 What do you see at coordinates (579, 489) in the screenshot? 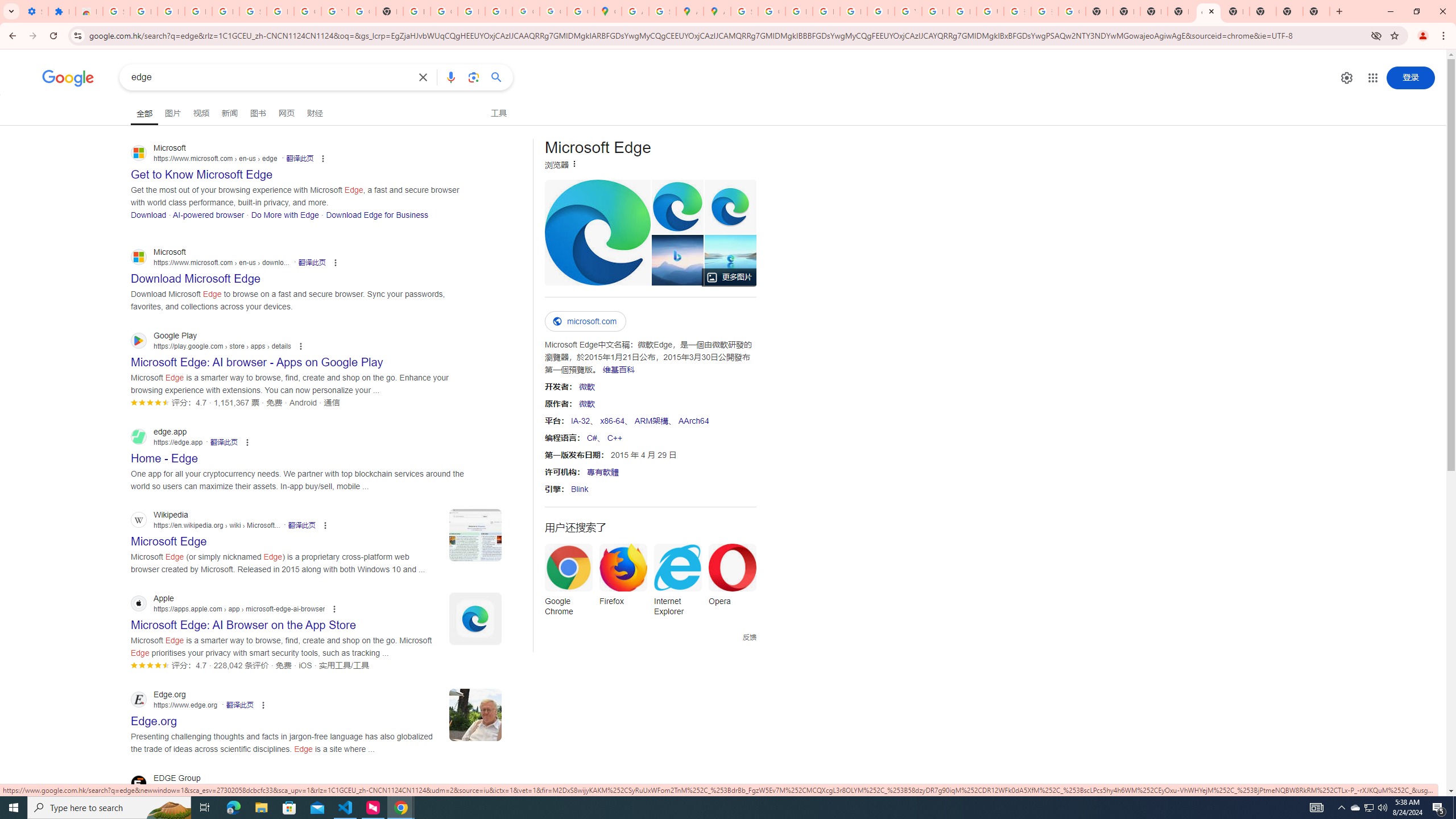
I see `'Blink'` at bounding box center [579, 489].